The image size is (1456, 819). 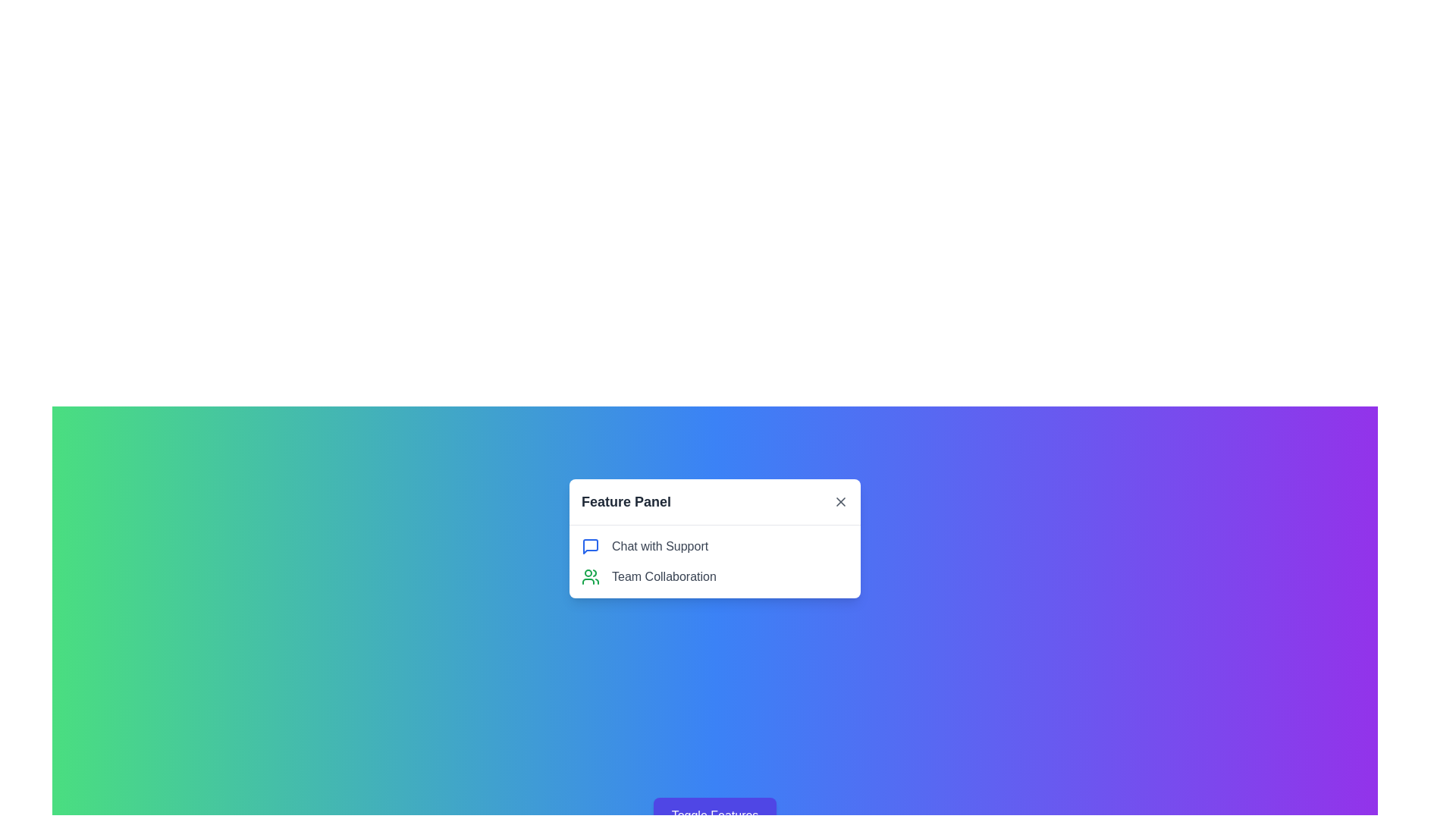 I want to click on the 'Team Collaboration' button with a green group icon, so click(x=714, y=576).